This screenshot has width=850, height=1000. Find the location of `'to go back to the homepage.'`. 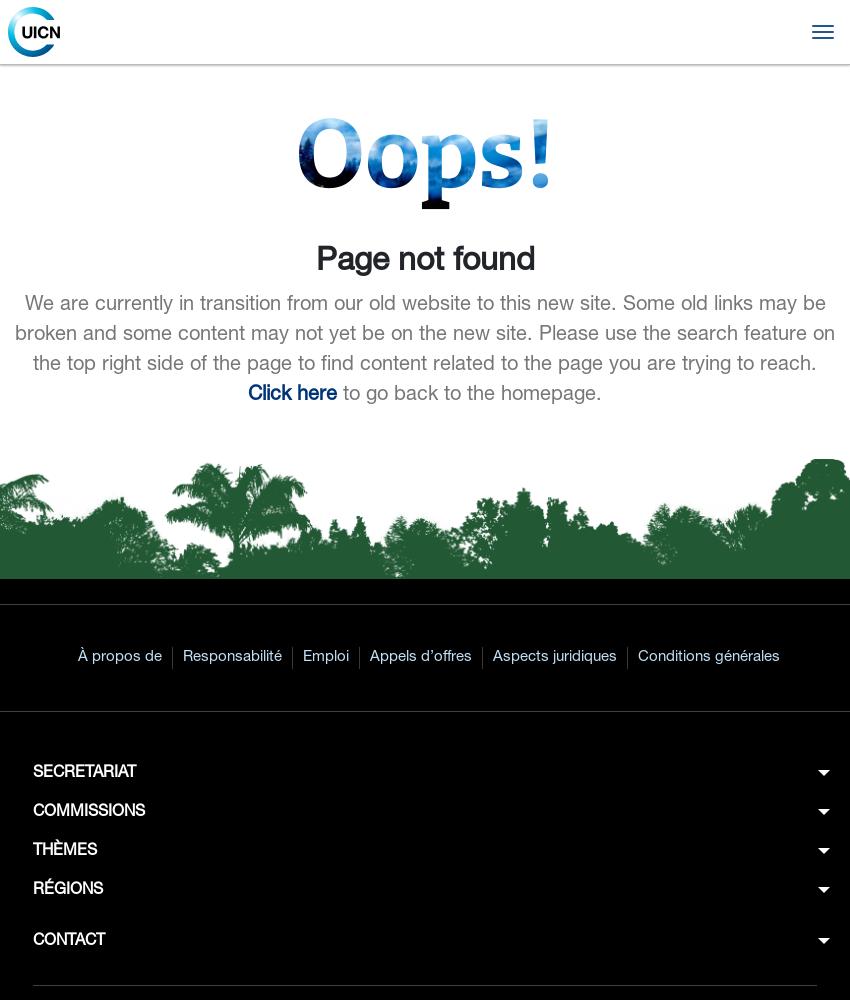

'to go back to the homepage.' is located at coordinates (469, 395).